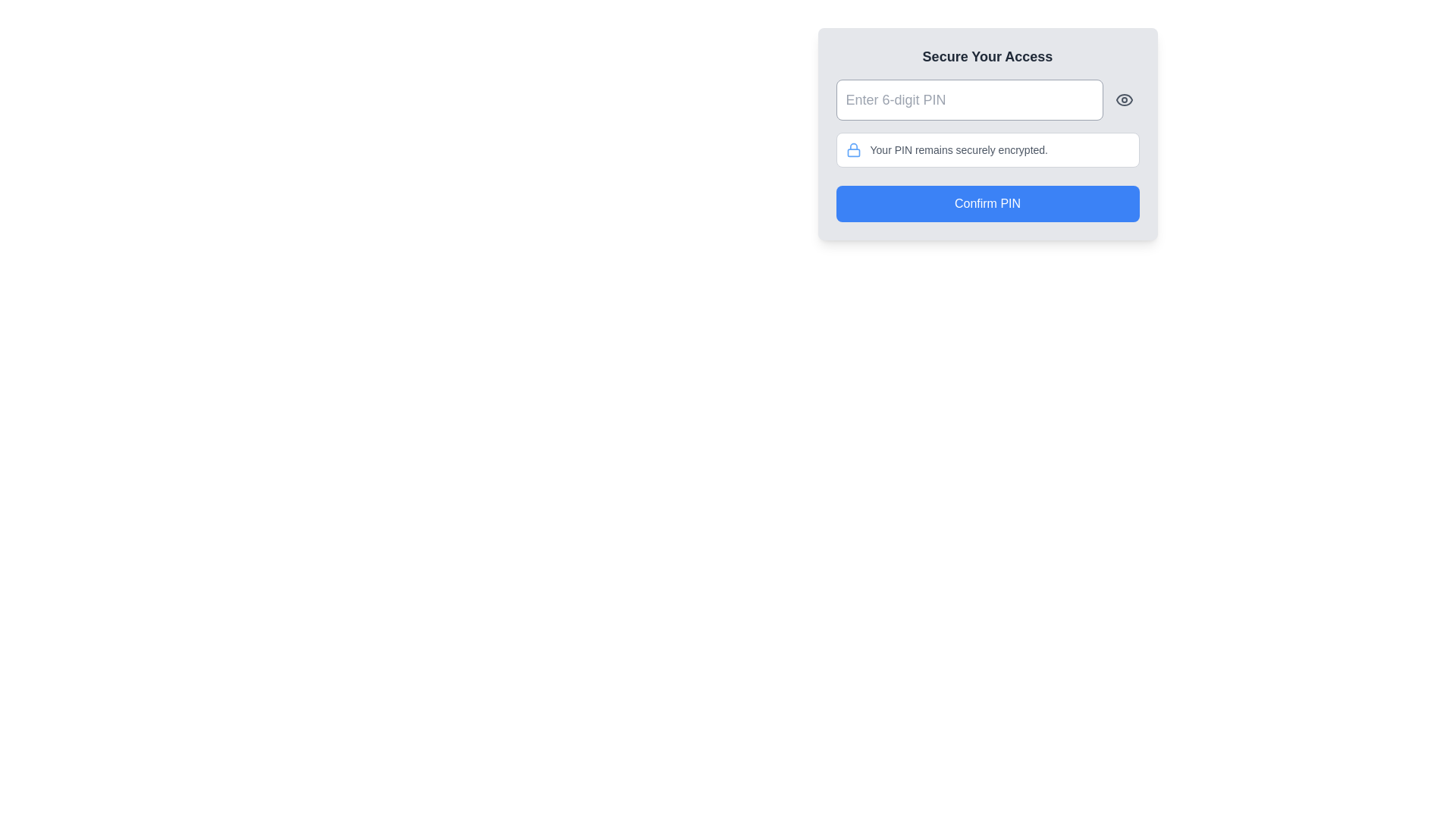 This screenshot has height=819, width=1456. I want to click on the confirm button at the bottom of the secure PIN form to initiate the verification process, so click(987, 203).